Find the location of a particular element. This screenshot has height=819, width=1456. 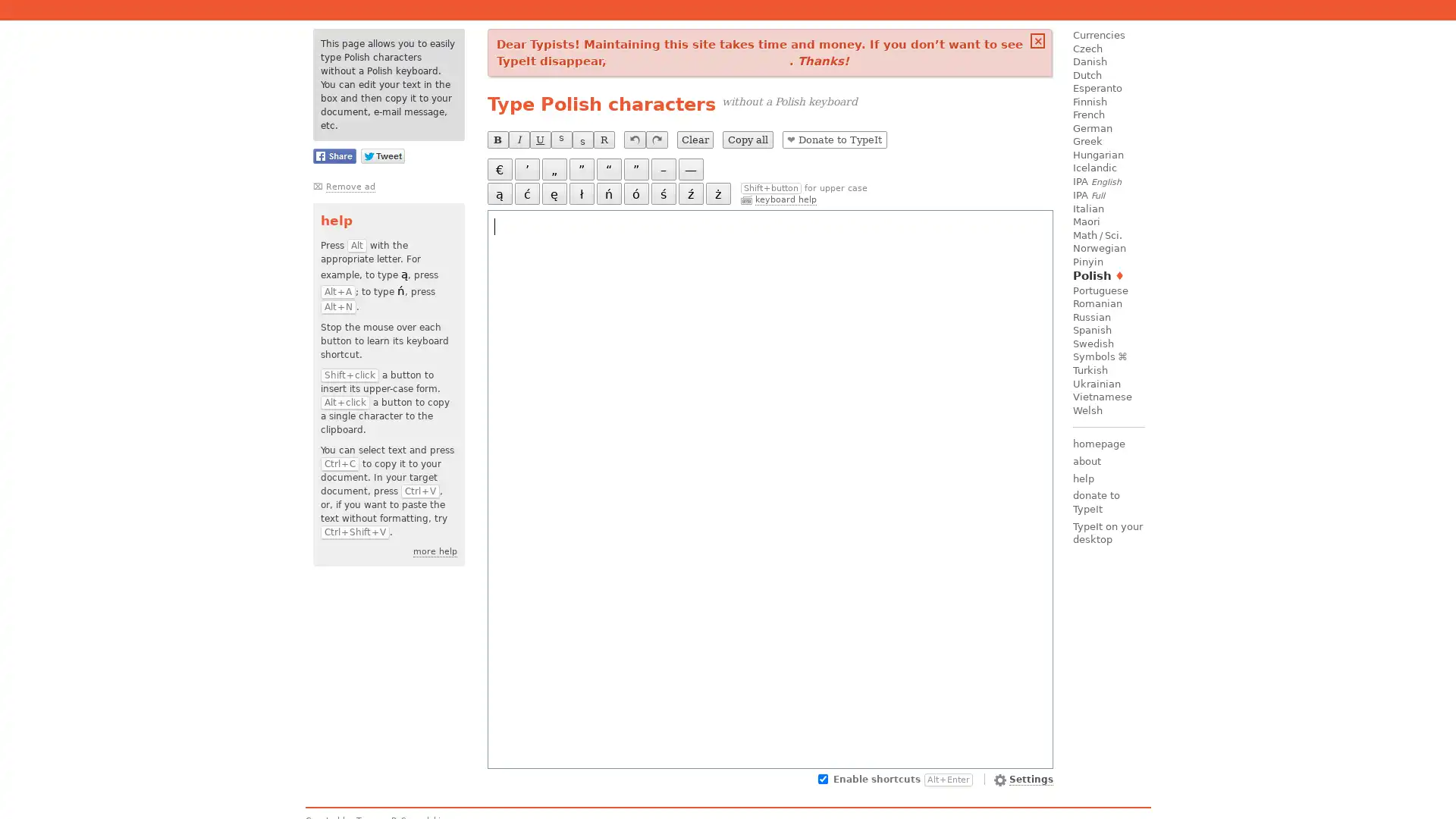

Copy all is located at coordinates (747, 140).